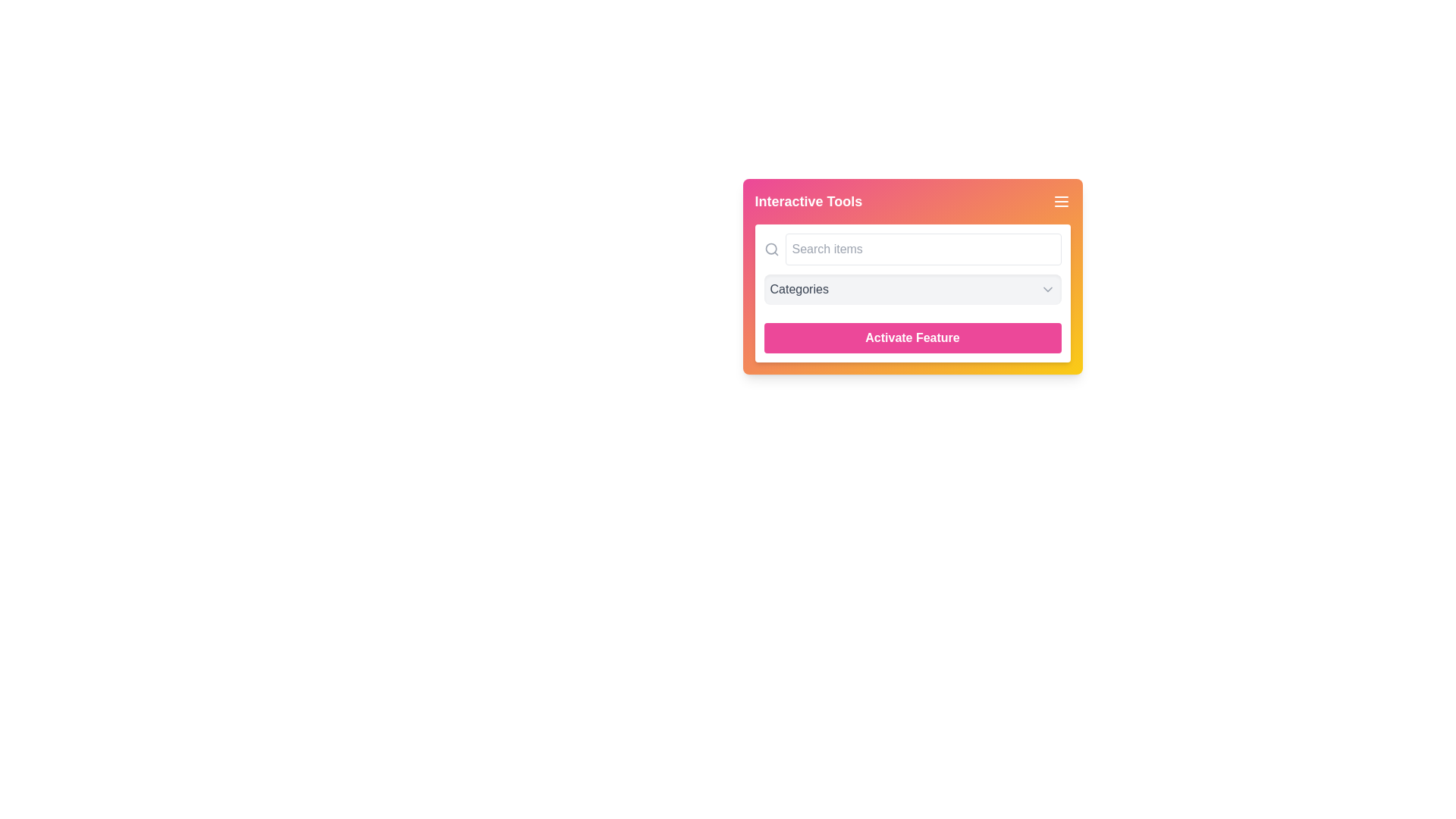 This screenshot has width=1456, height=819. I want to click on the gray text label displaying 'Categories' located on the left side of the dropdown interface, so click(799, 289).